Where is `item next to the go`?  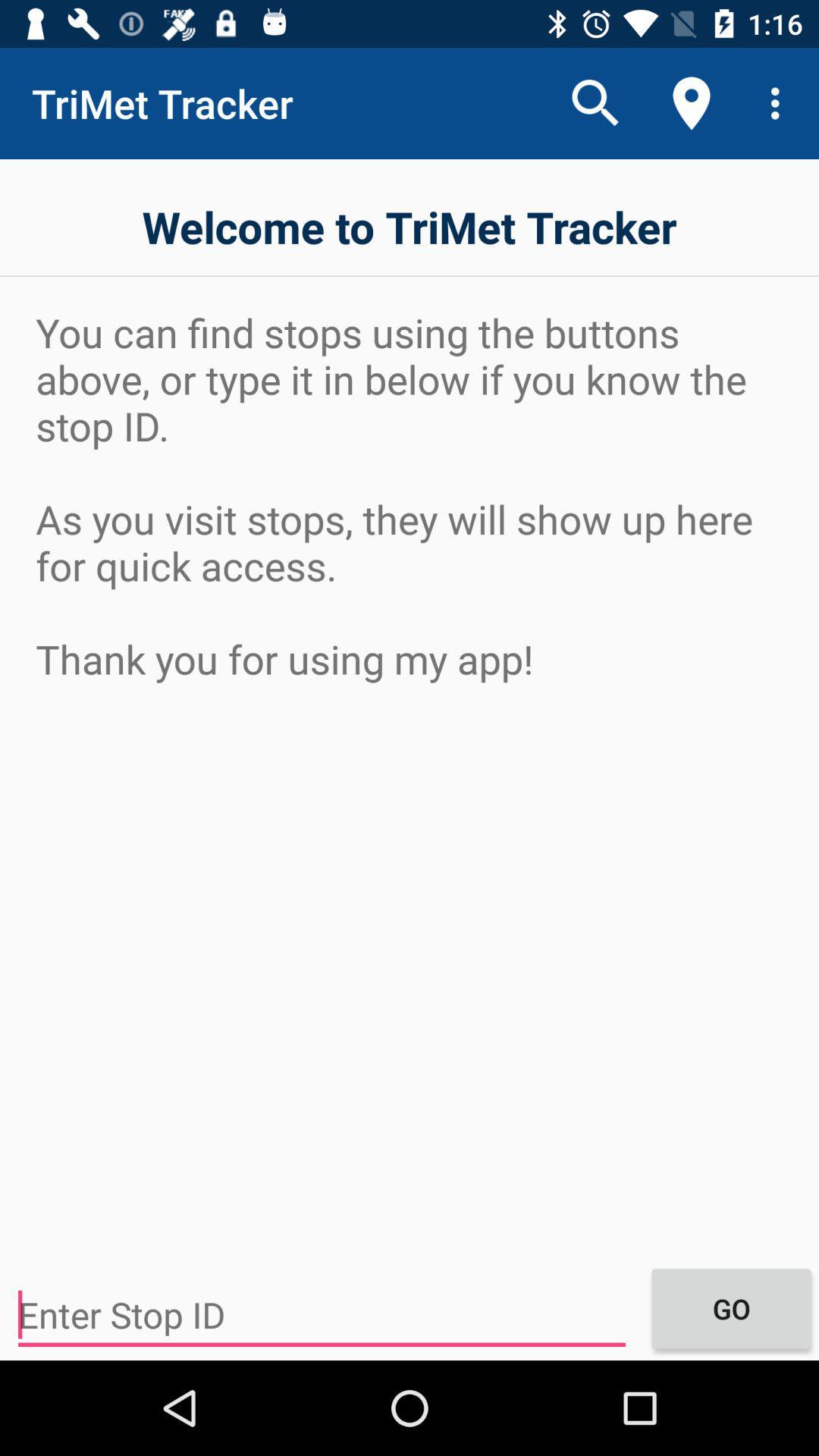
item next to the go is located at coordinates (321, 1314).